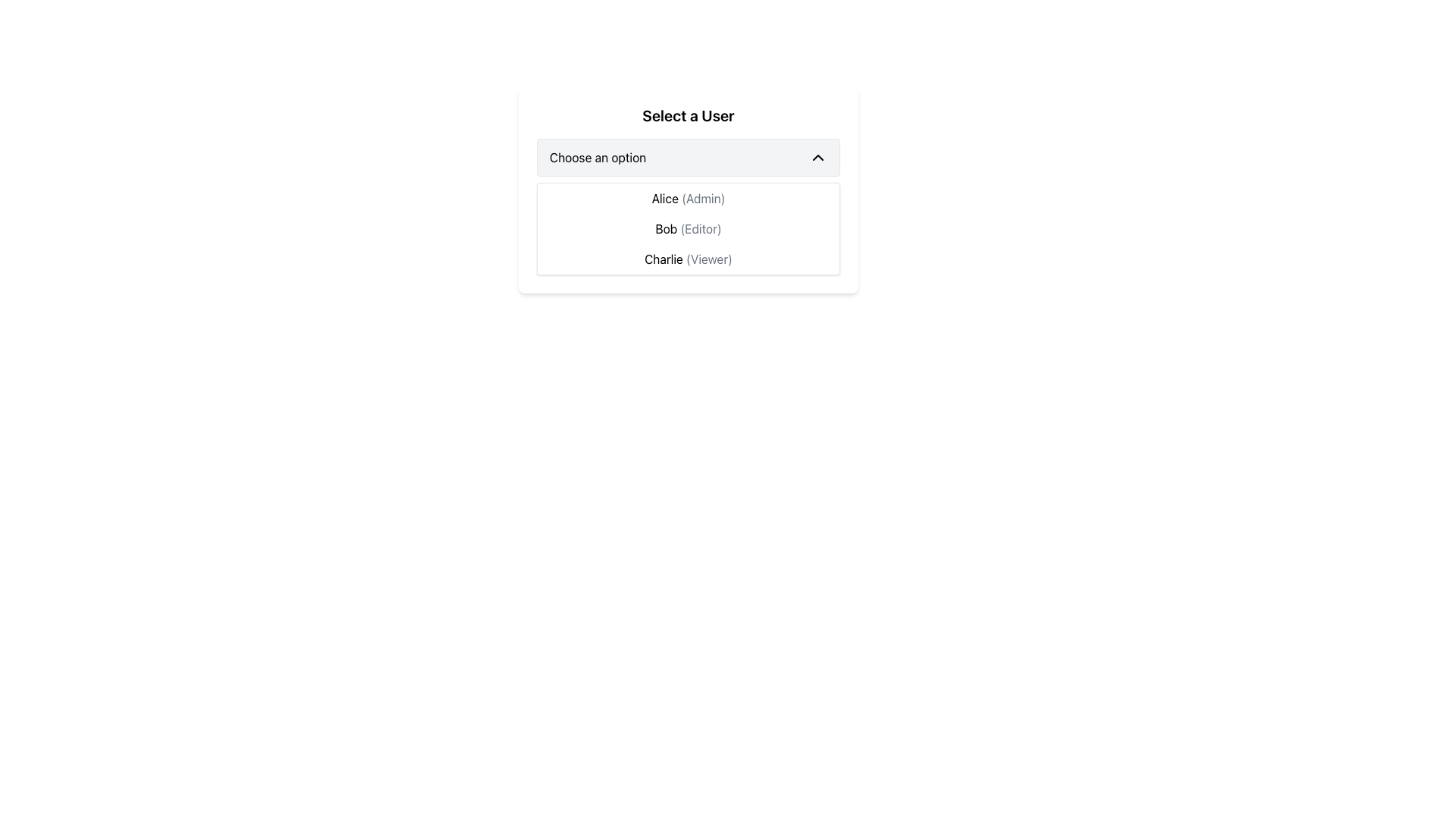 This screenshot has width=1456, height=819. What do you see at coordinates (687, 158) in the screenshot?
I see `the Dropdown button located below the header text 'Select a User'` at bounding box center [687, 158].